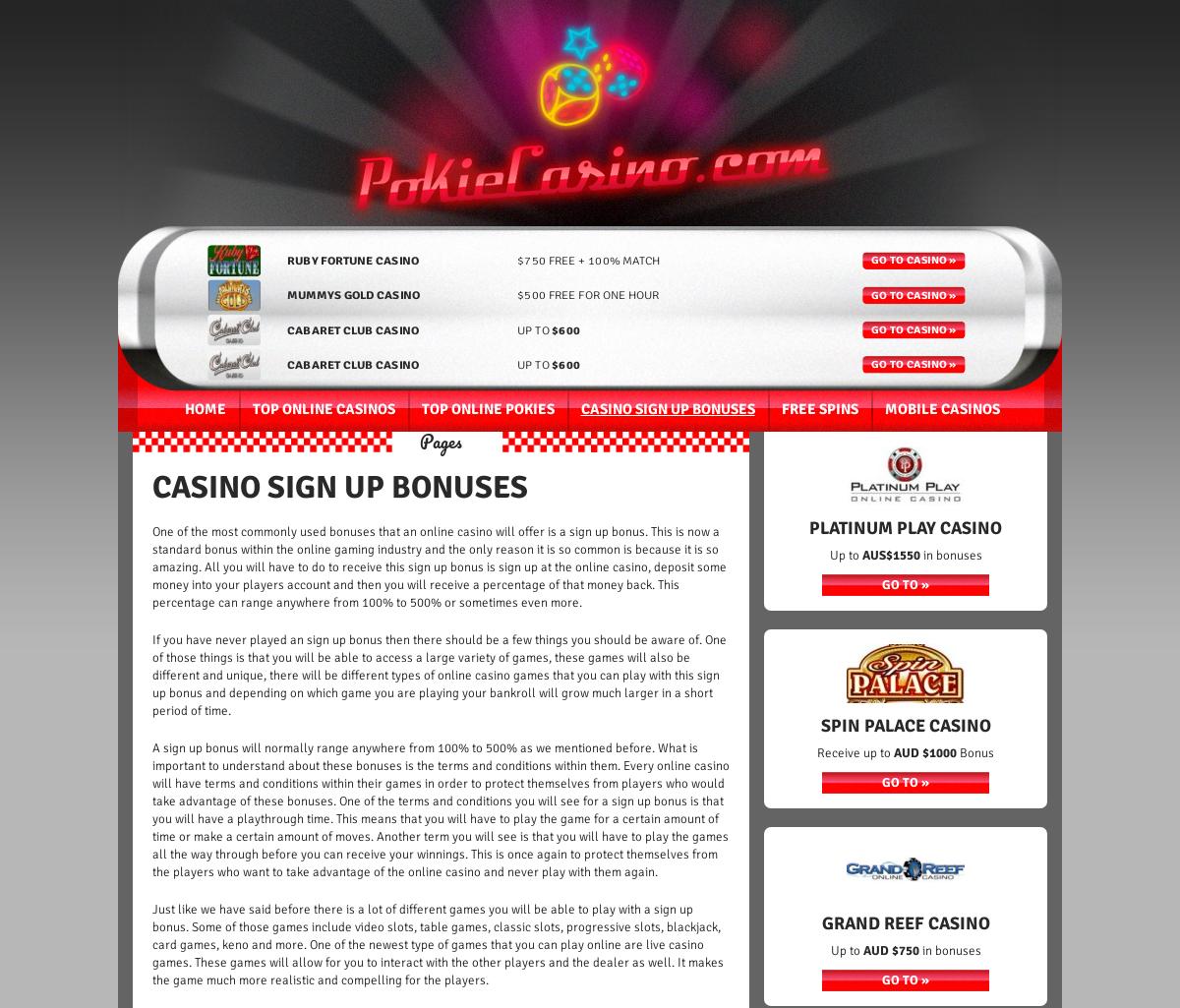  What do you see at coordinates (906, 526) in the screenshot?
I see `'Platinum PLay Casino'` at bounding box center [906, 526].